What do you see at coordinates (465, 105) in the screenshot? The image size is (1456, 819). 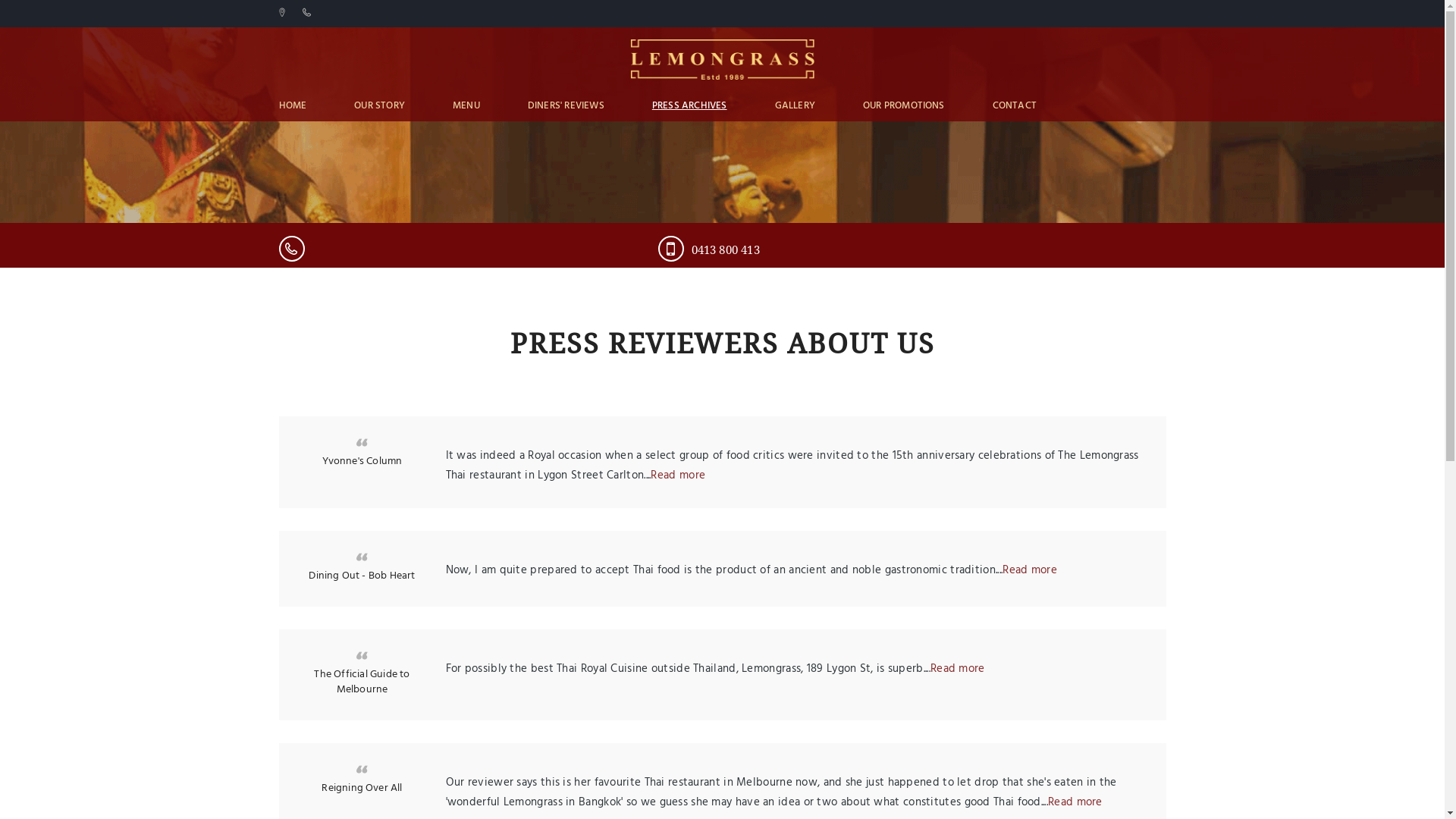 I see `'MENU'` at bounding box center [465, 105].